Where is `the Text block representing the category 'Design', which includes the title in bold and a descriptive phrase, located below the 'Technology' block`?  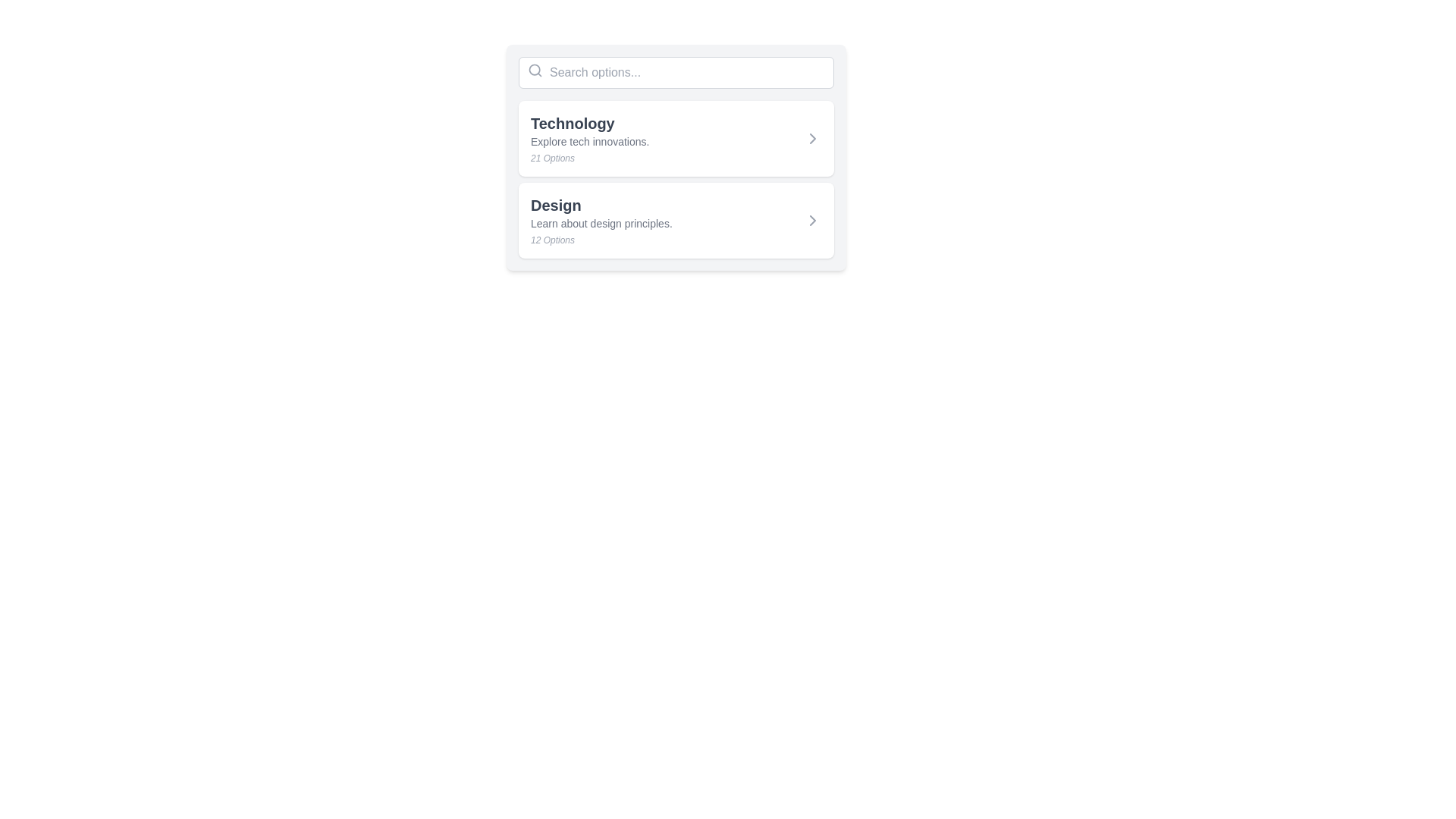 the Text block representing the category 'Design', which includes the title in bold and a descriptive phrase, located below the 'Technology' block is located at coordinates (601, 220).